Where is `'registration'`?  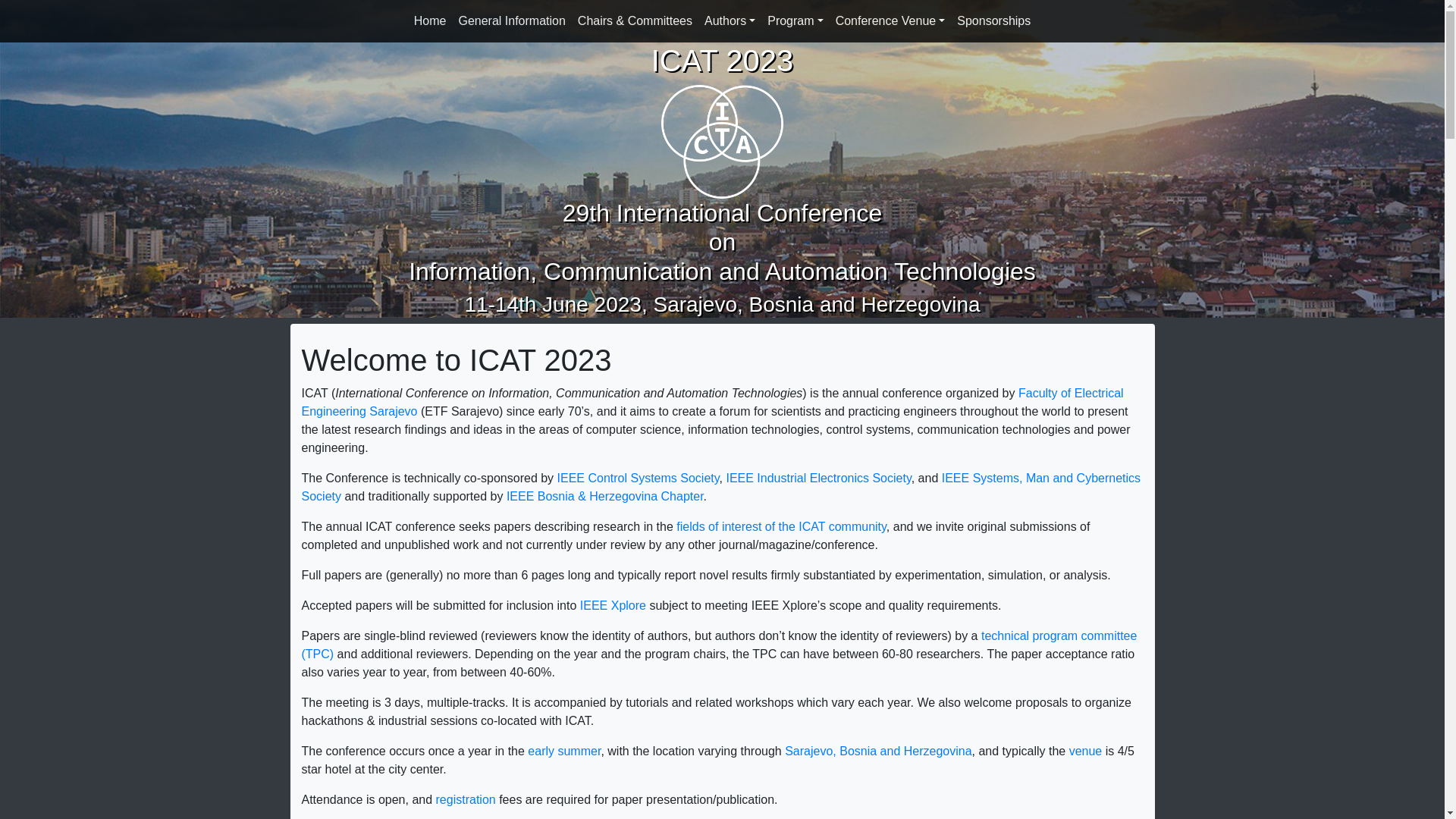
'registration' is located at coordinates (465, 799).